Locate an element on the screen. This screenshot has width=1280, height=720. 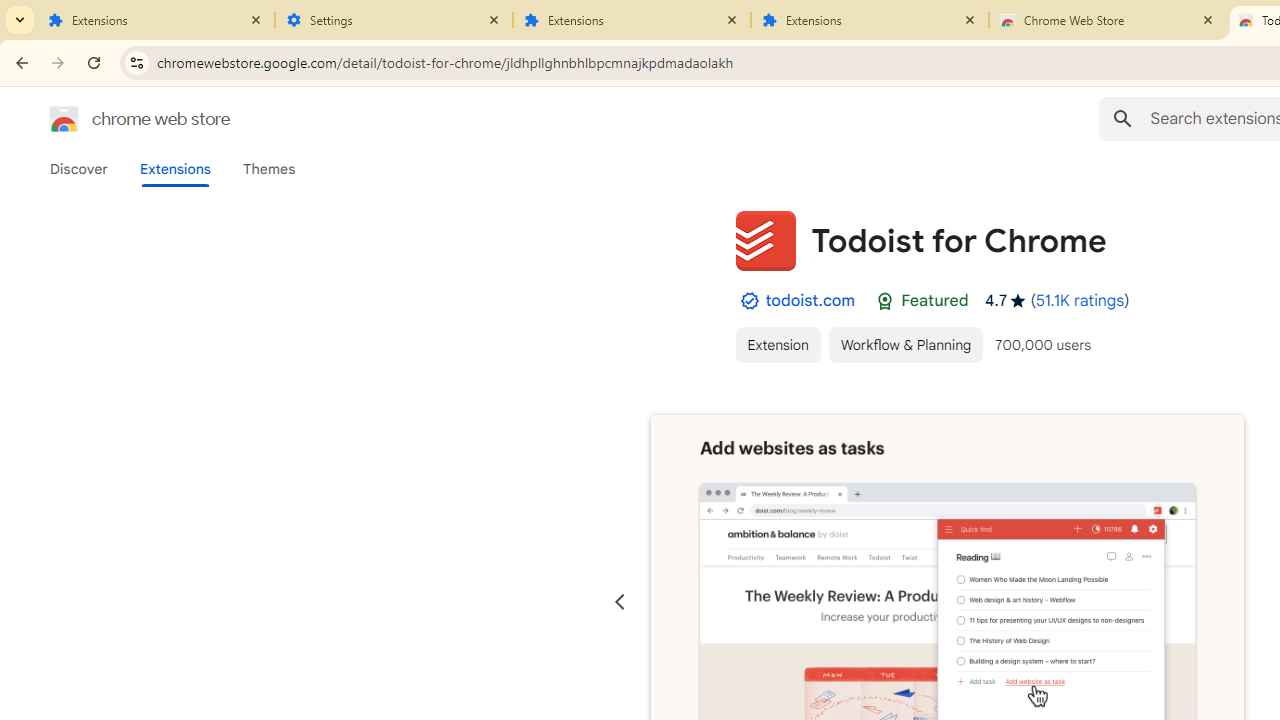
'Settings' is located at coordinates (394, 20).